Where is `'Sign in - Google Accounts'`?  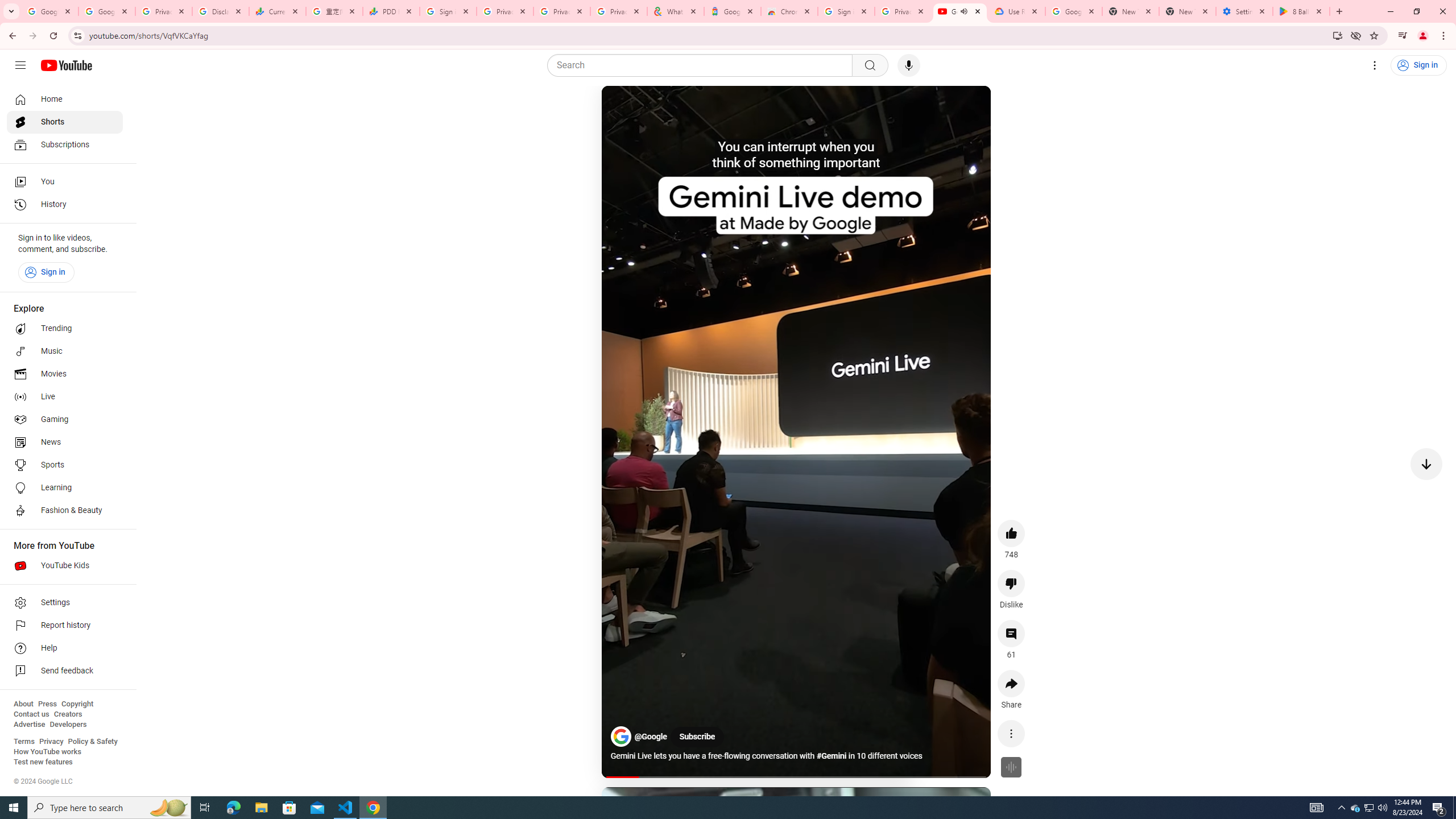
'Sign in - Google Accounts' is located at coordinates (448, 11).